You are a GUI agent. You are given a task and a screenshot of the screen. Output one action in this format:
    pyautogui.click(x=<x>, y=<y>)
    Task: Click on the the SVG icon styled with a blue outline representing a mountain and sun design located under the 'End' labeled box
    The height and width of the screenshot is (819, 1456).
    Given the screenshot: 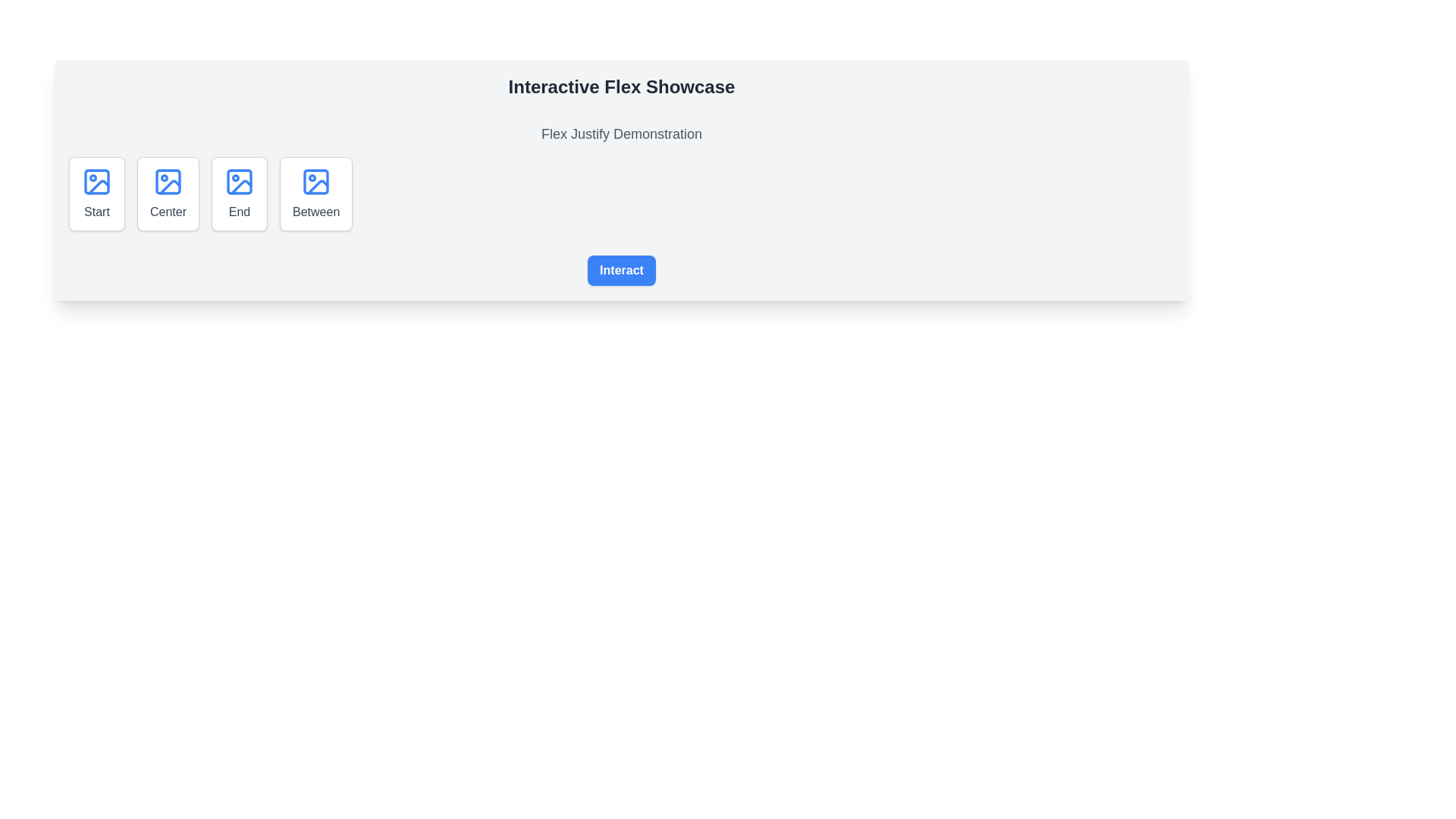 What is the action you would take?
    pyautogui.click(x=239, y=180)
    